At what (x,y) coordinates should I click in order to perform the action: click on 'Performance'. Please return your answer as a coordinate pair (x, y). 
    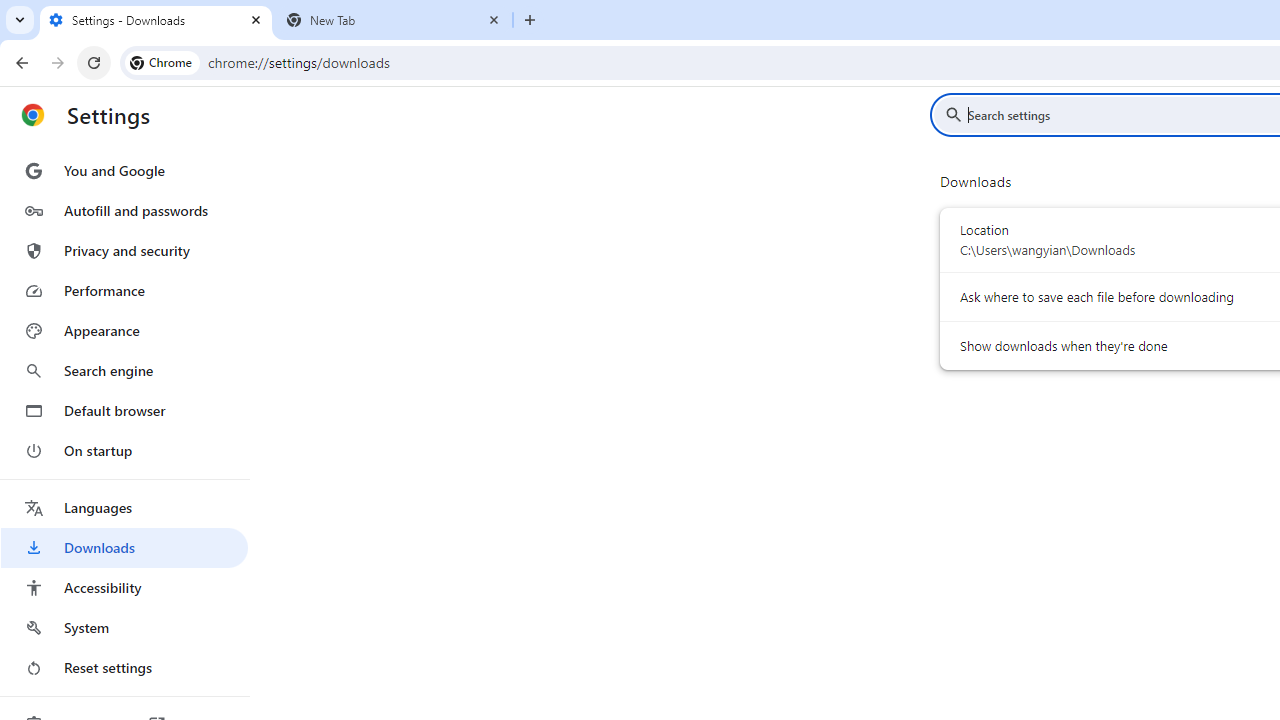
    Looking at the image, I should click on (123, 290).